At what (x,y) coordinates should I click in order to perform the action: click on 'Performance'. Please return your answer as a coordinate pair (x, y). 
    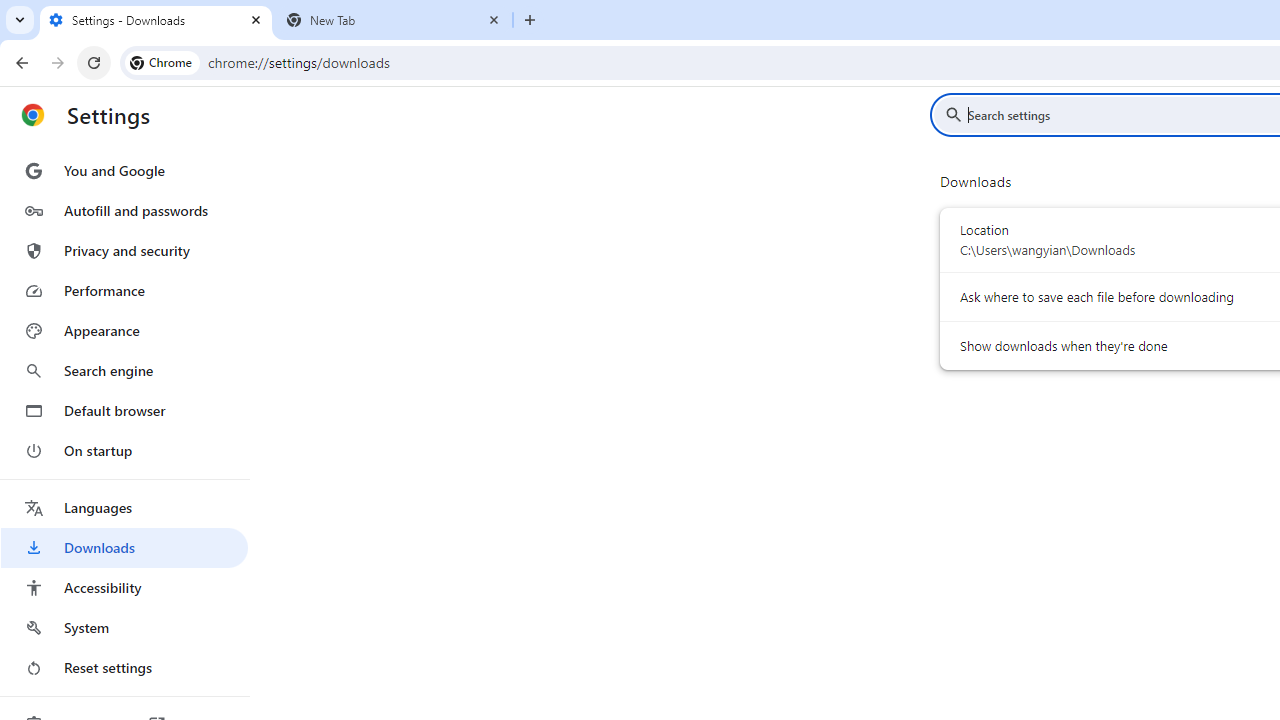
    Looking at the image, I should click on (123, 290).